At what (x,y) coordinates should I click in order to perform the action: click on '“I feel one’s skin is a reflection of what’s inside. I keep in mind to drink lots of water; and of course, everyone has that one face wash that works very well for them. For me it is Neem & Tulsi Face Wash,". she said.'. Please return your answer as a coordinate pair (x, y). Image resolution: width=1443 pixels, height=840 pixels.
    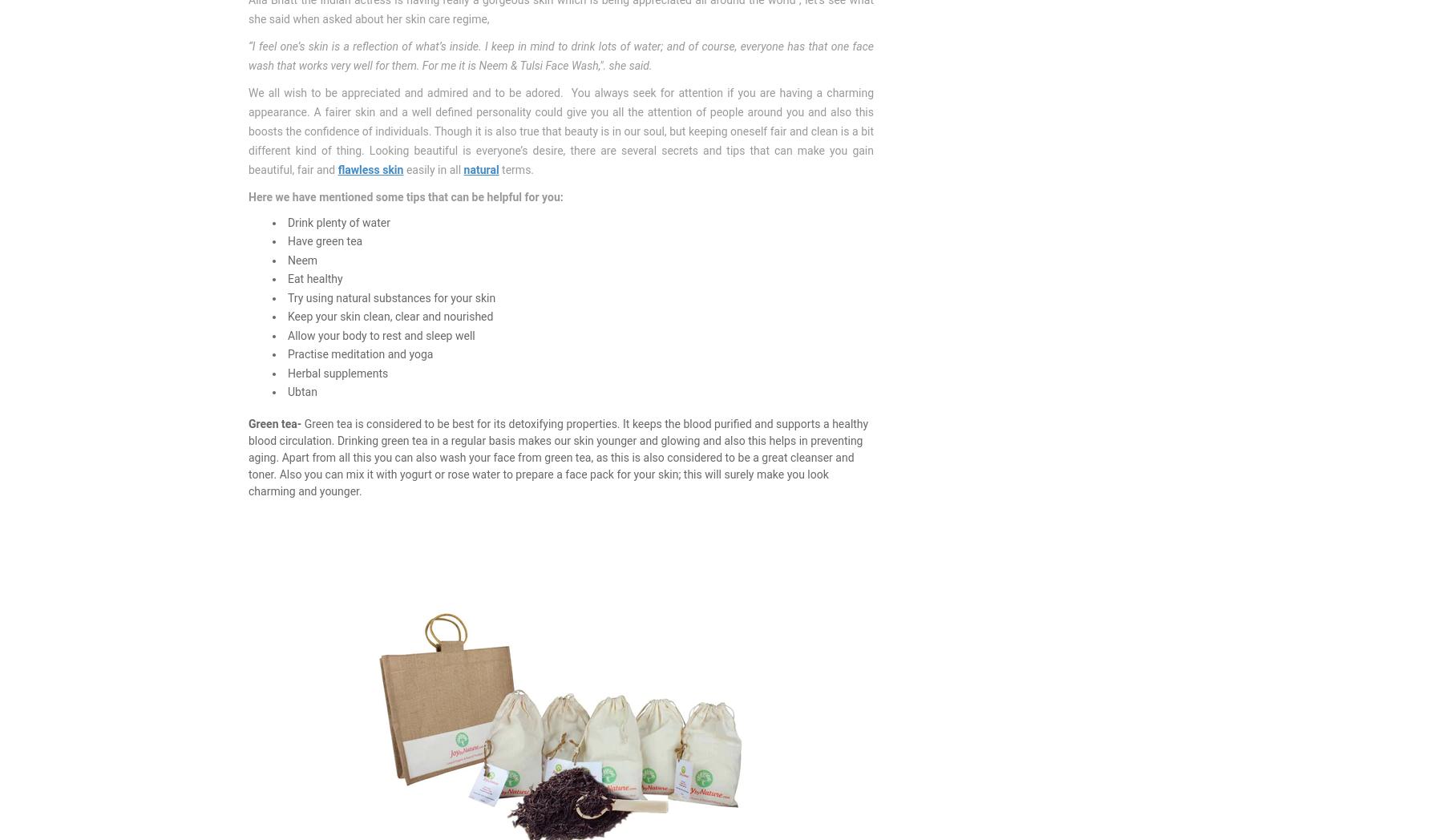
    Looking at the image, I should click on (560, 55).